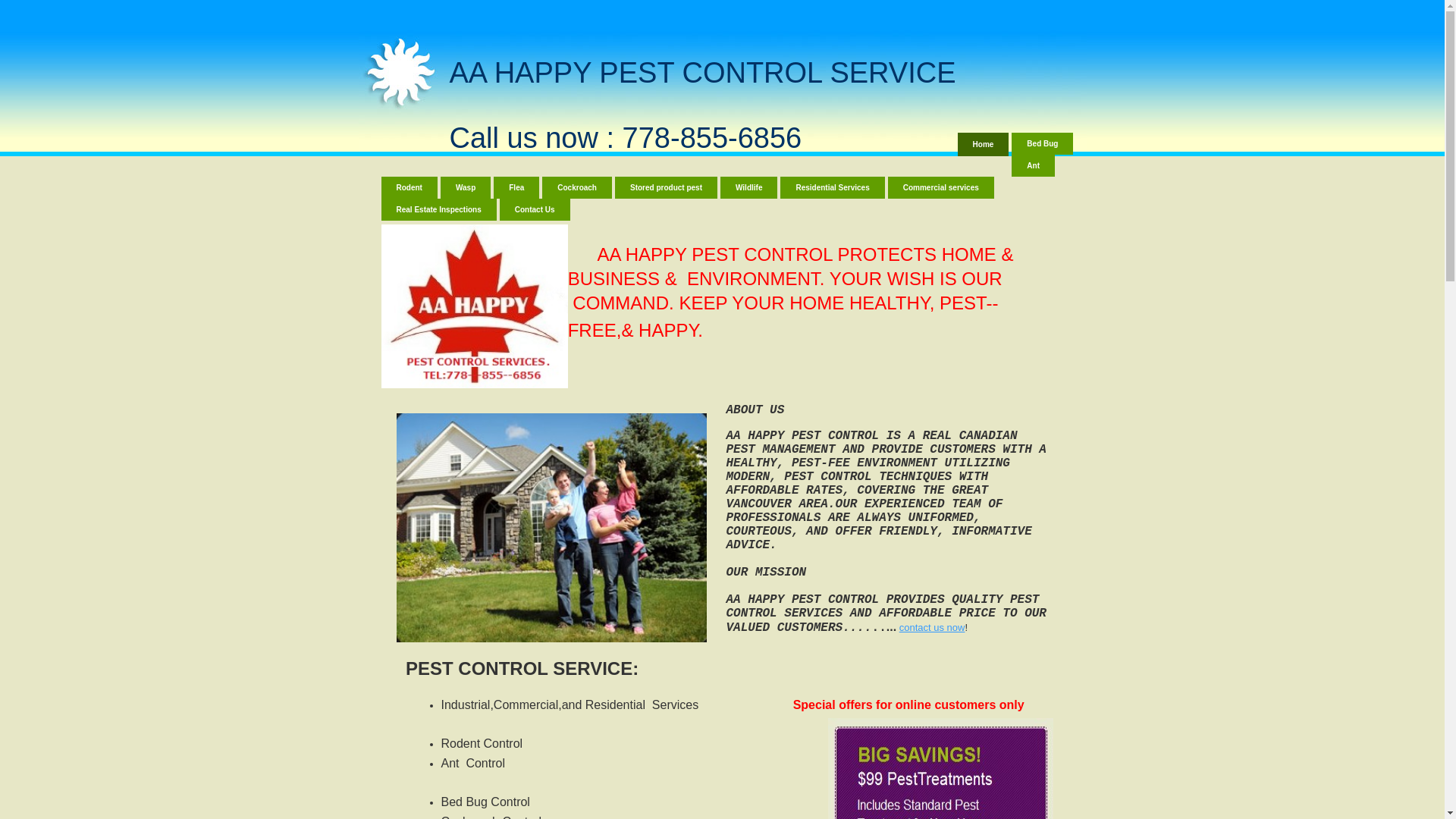 The height and width of the screenshot is (819, 1456). I want to click on 'Wasp', so click(439, 187).